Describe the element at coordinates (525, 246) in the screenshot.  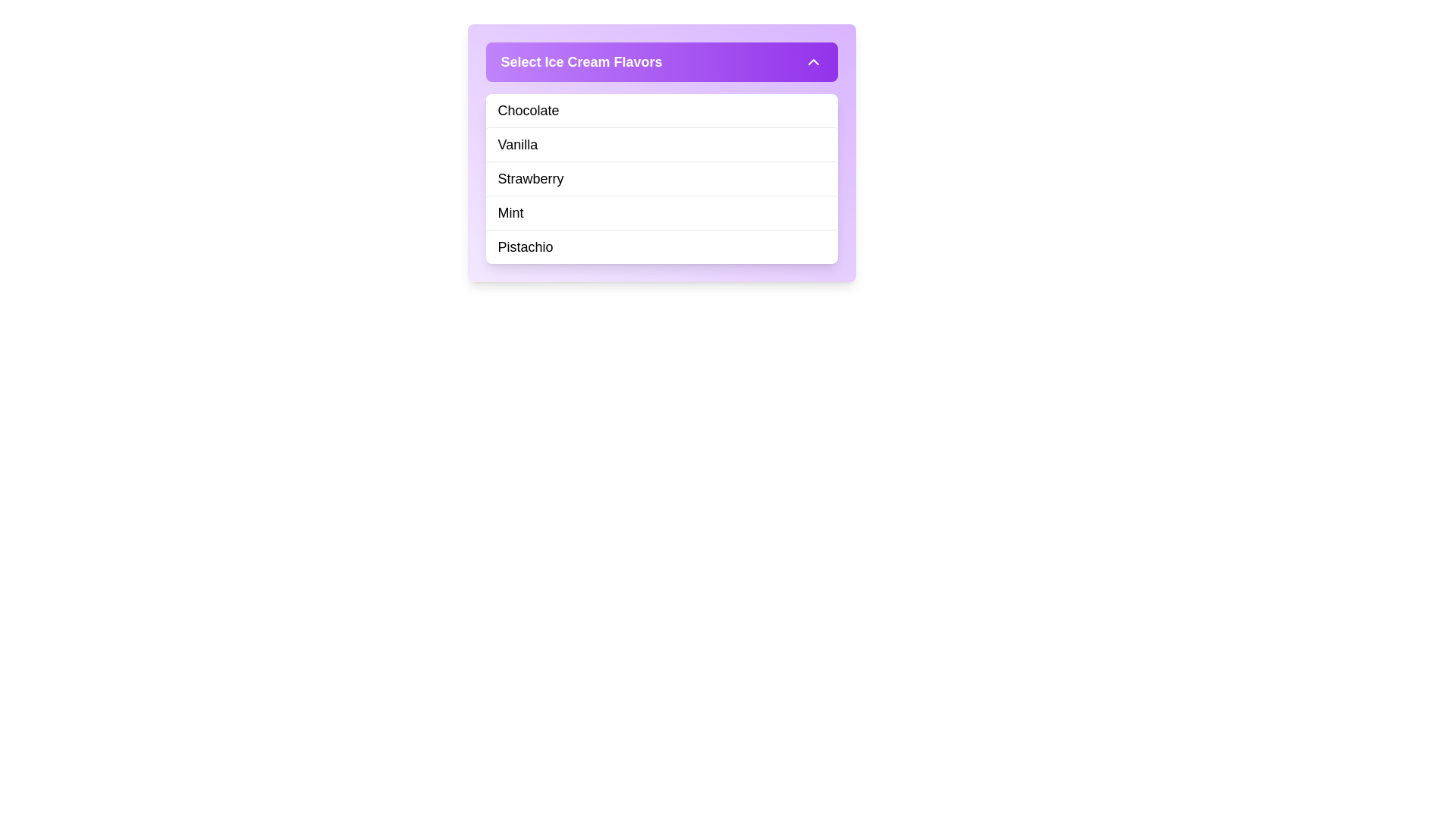
I see `text of the bold label 'Pistachio' located in the dropdown menu under 'Select Ice Cream Flavors'` at that location.